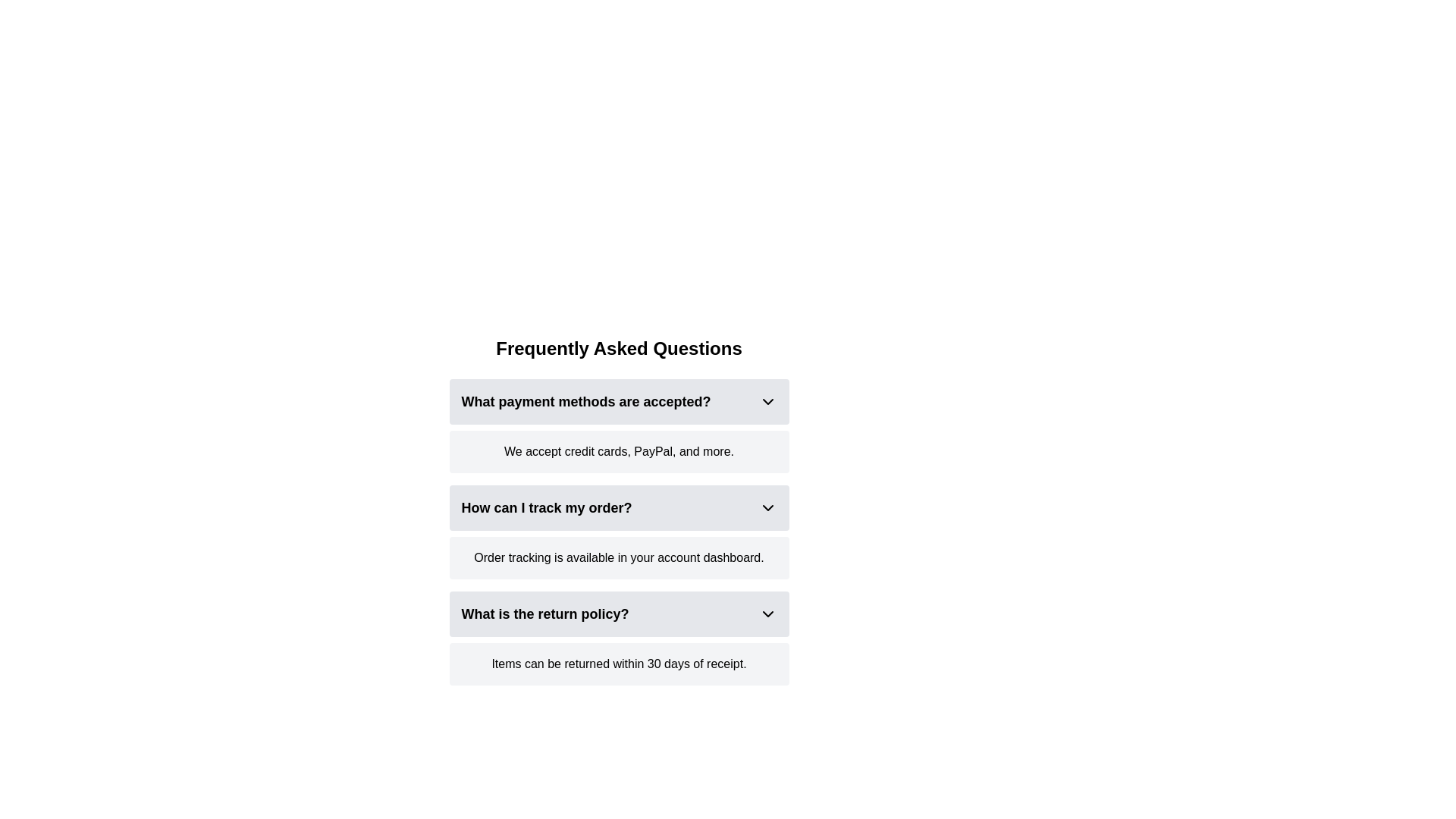 This screenshot has width=1456, height=819. What do you see at coordinates (767, 614) in the screenshot?
I see `the downward-facing chevron icon located on the right side of the 'What is the return policy?' question in the FAQ section` at bounding box center [767, 614].